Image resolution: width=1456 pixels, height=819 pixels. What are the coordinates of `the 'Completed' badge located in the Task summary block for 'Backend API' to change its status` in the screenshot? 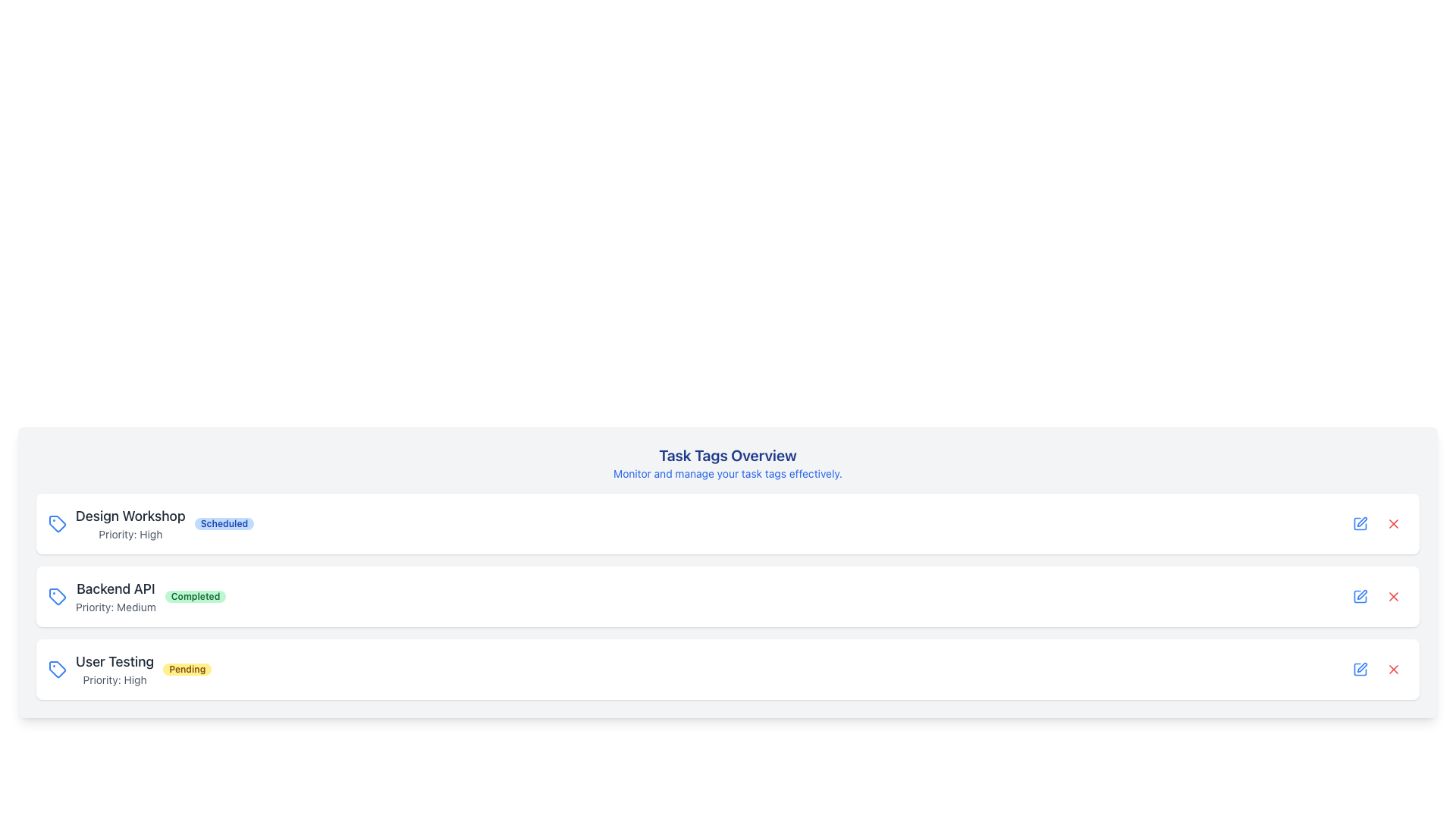 It's located at (137, 595).